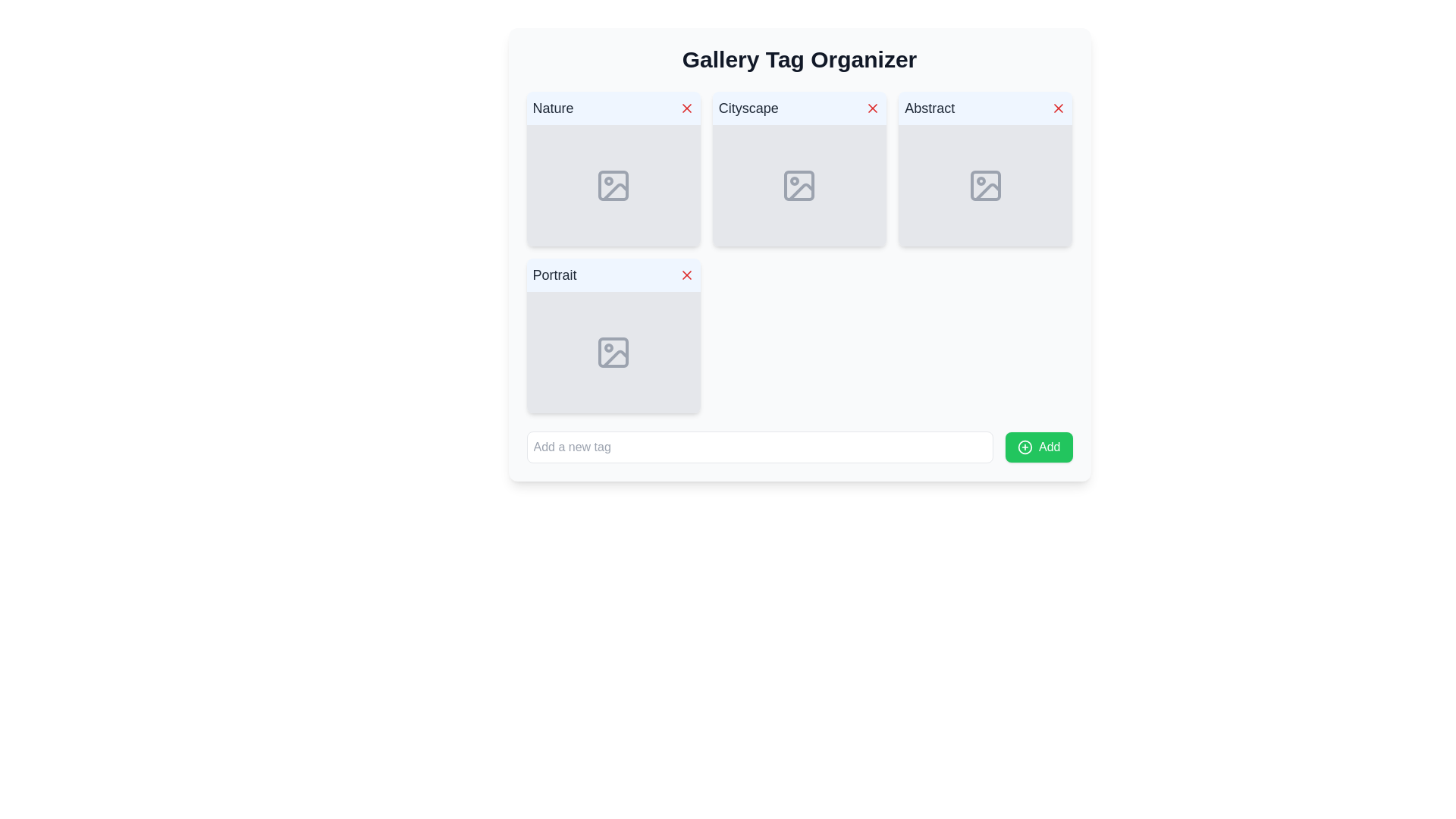 The image size is (1456, 819). Describe the element at coordinates (929, 107) in the screenshot. I see `text label stating 'Abstract' located in the top-right corner of the third gallery module, which is styled in a medium-sized, bold font against a light blue background` at that location.